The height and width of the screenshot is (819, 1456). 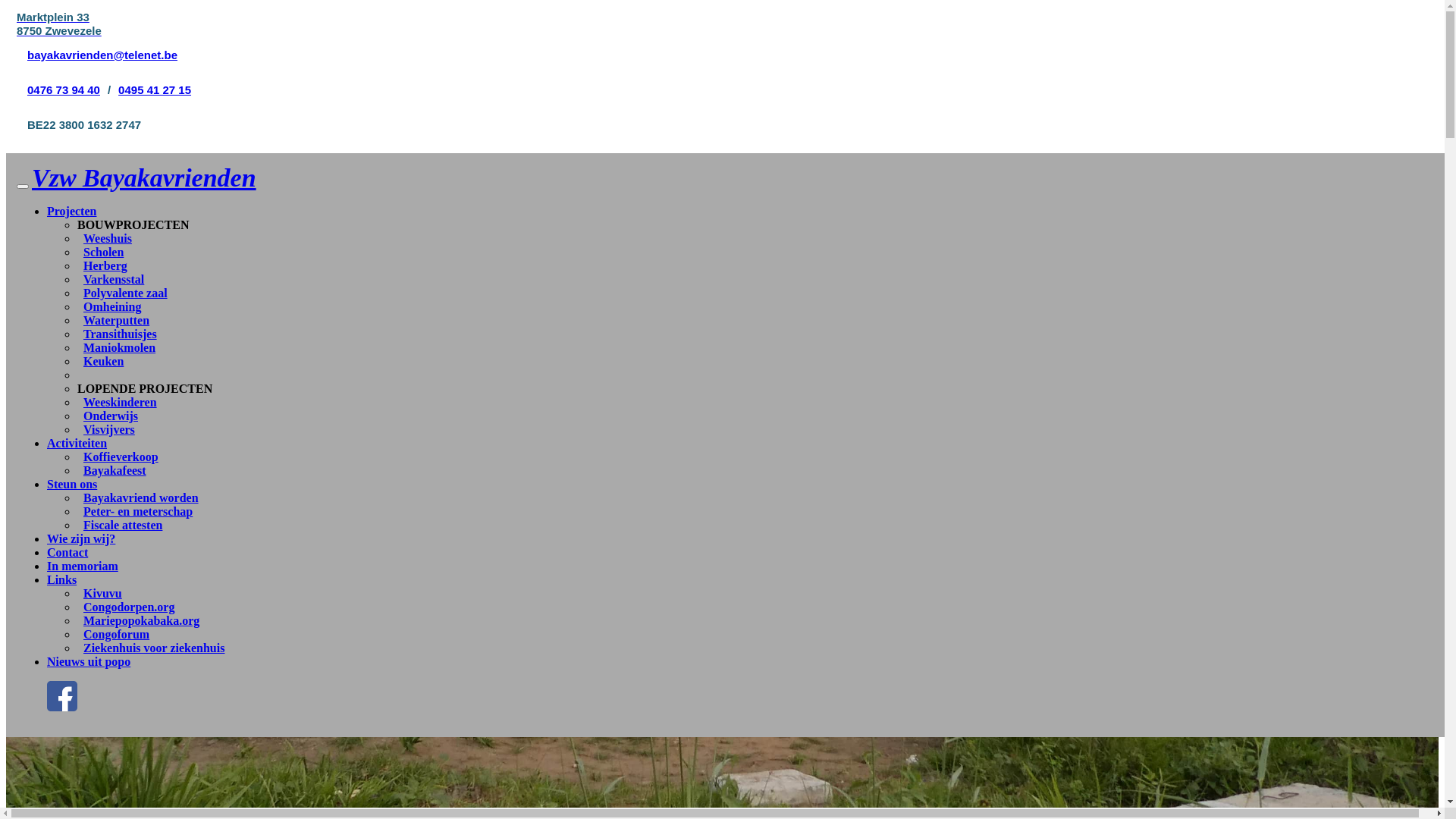 What do you see at coordinates (126, 606) in the screenshot?
I see `'Congodorpen.org'` at bounding box center [126, 606].